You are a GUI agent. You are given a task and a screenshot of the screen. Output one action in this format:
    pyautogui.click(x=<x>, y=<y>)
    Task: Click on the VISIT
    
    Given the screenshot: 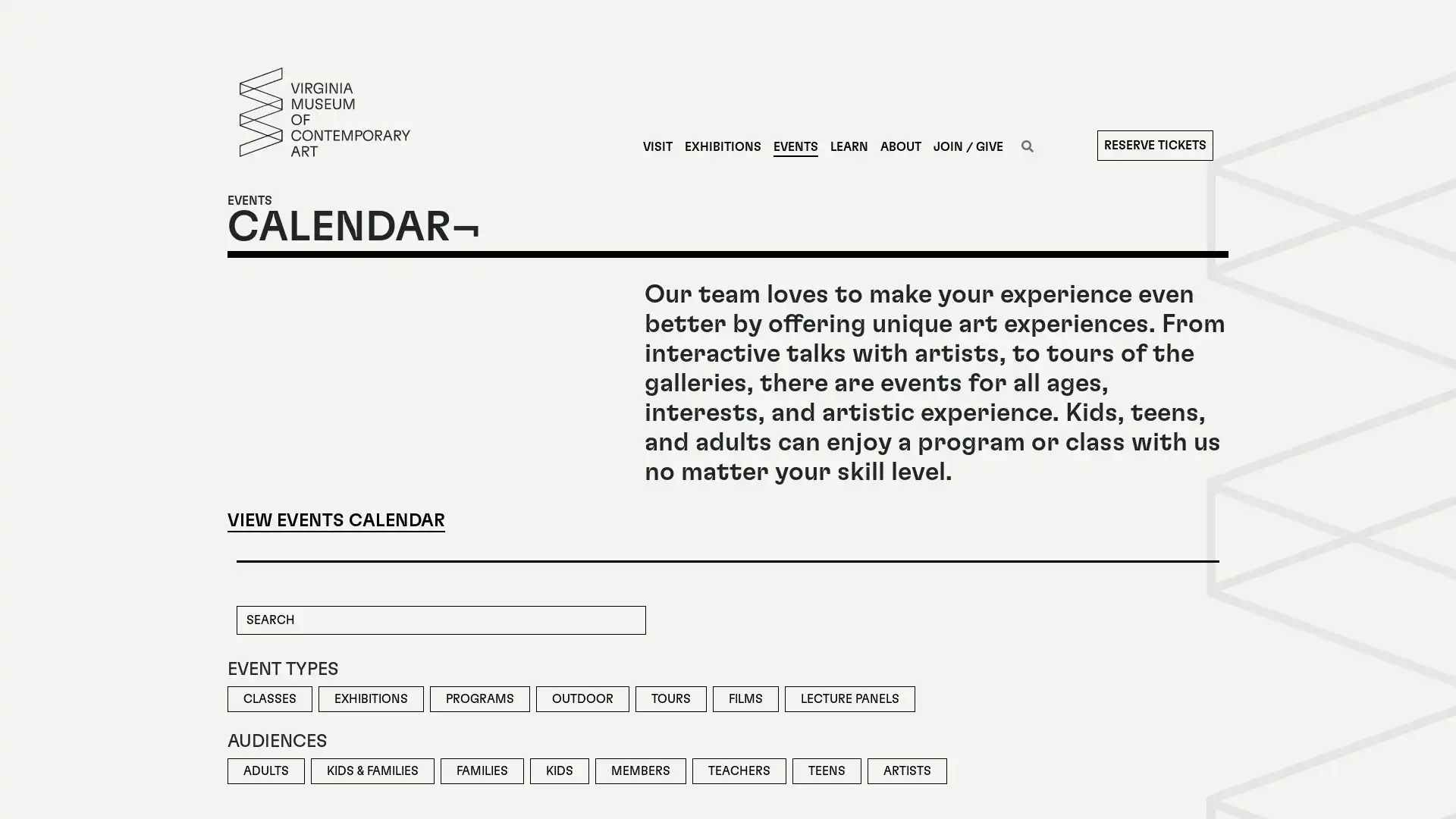 What is the action you would take?
    pyautogui.click(x=657, y=146)
    